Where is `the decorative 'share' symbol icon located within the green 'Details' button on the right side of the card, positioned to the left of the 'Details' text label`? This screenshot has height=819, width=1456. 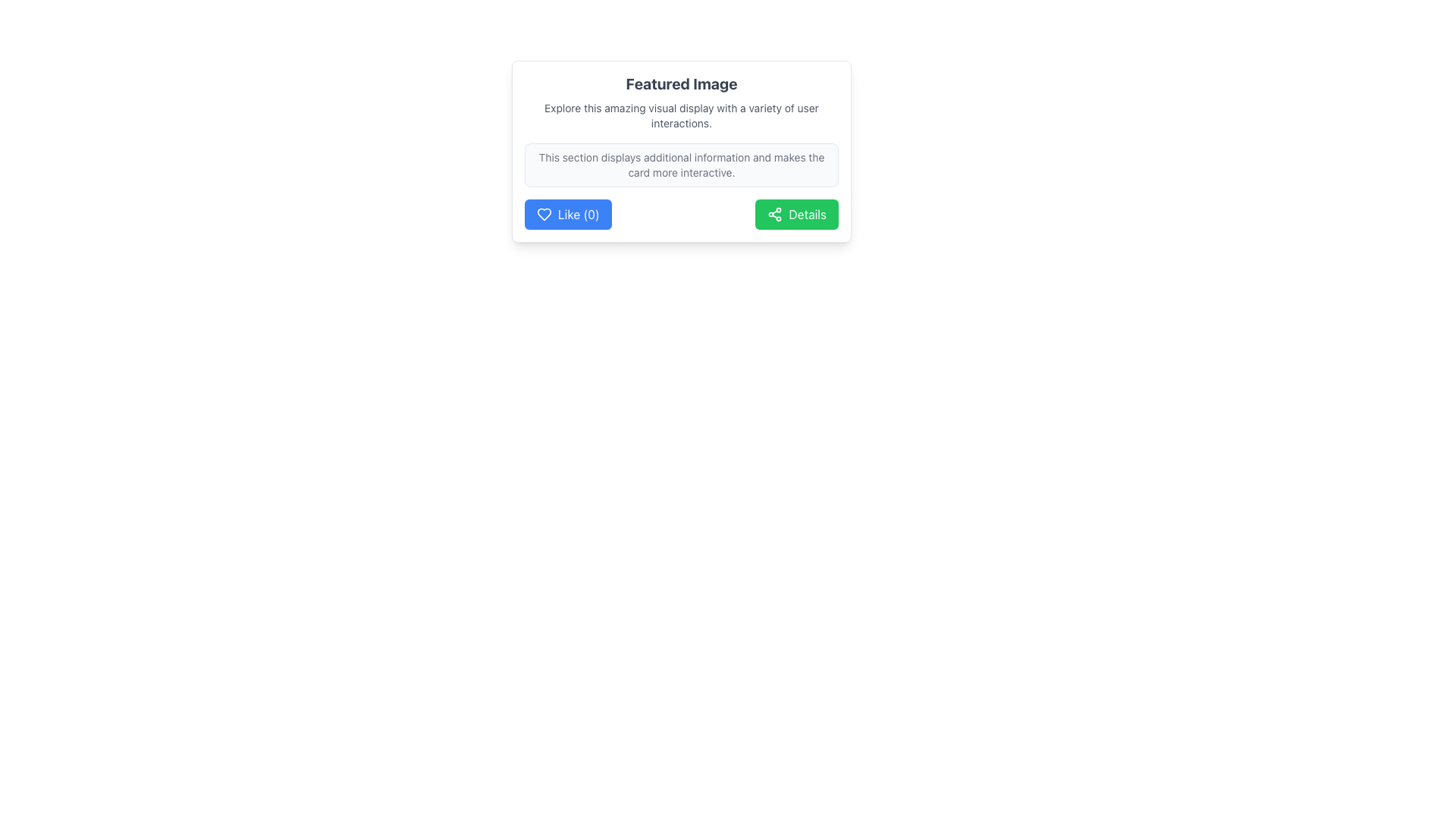
the decorative 'share' symbol icon located within the green 'Details' button on the right side of the card, positioned to the left of the 'Details' text label is located at coordinates (775, 214).